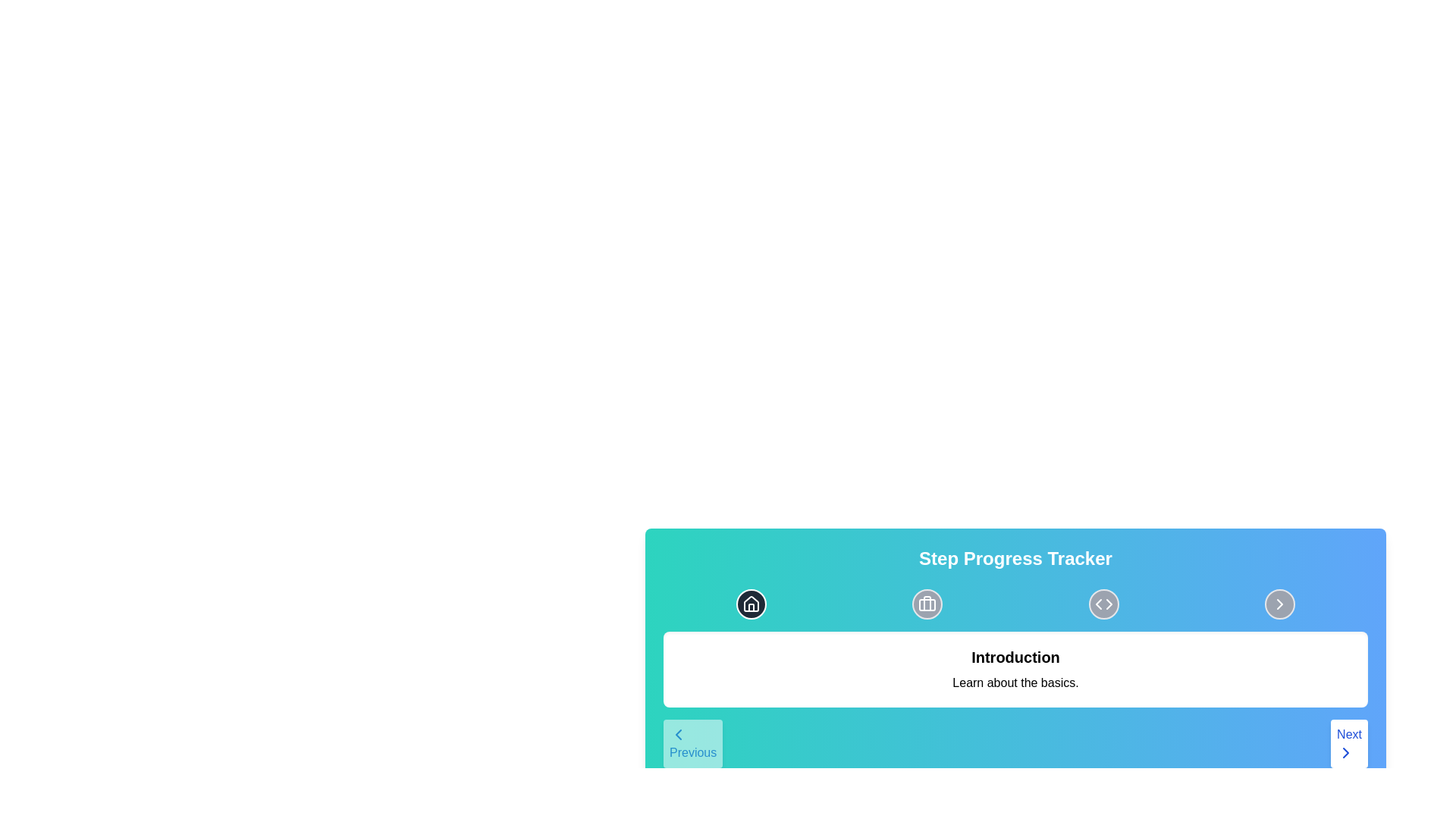 This screenshot has height=819, width=1456. Describe the element at coordinates (692, 742) in the screenshot. I see `the 'Previous' button with a white background and blue chevron icon` at that location.